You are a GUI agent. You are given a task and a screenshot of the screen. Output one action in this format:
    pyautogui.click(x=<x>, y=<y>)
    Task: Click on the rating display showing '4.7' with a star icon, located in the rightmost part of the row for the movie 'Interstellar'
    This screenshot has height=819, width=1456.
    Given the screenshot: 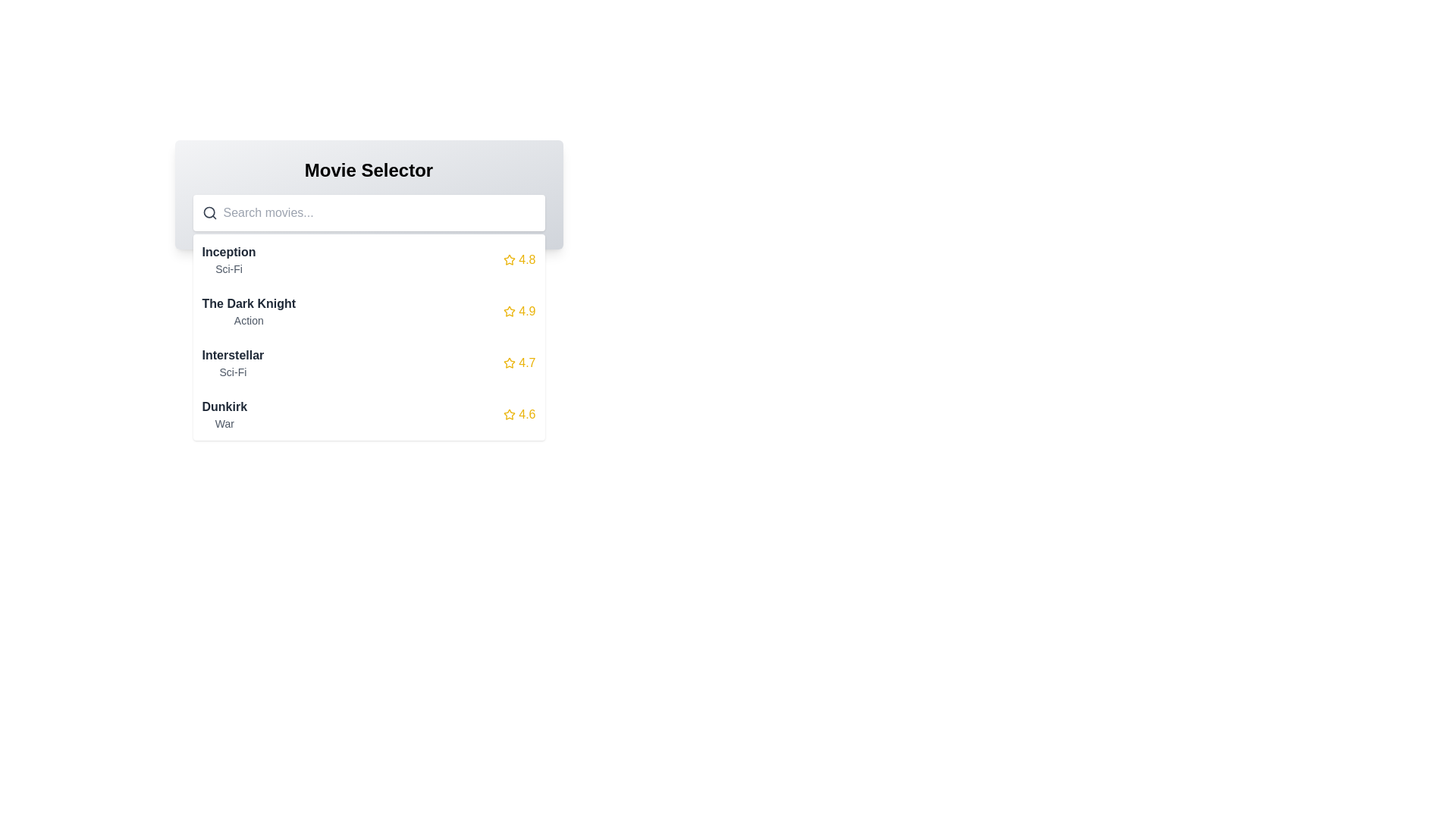 What is the action you would take?
    pyautogui.click(x=519, y=362)
    